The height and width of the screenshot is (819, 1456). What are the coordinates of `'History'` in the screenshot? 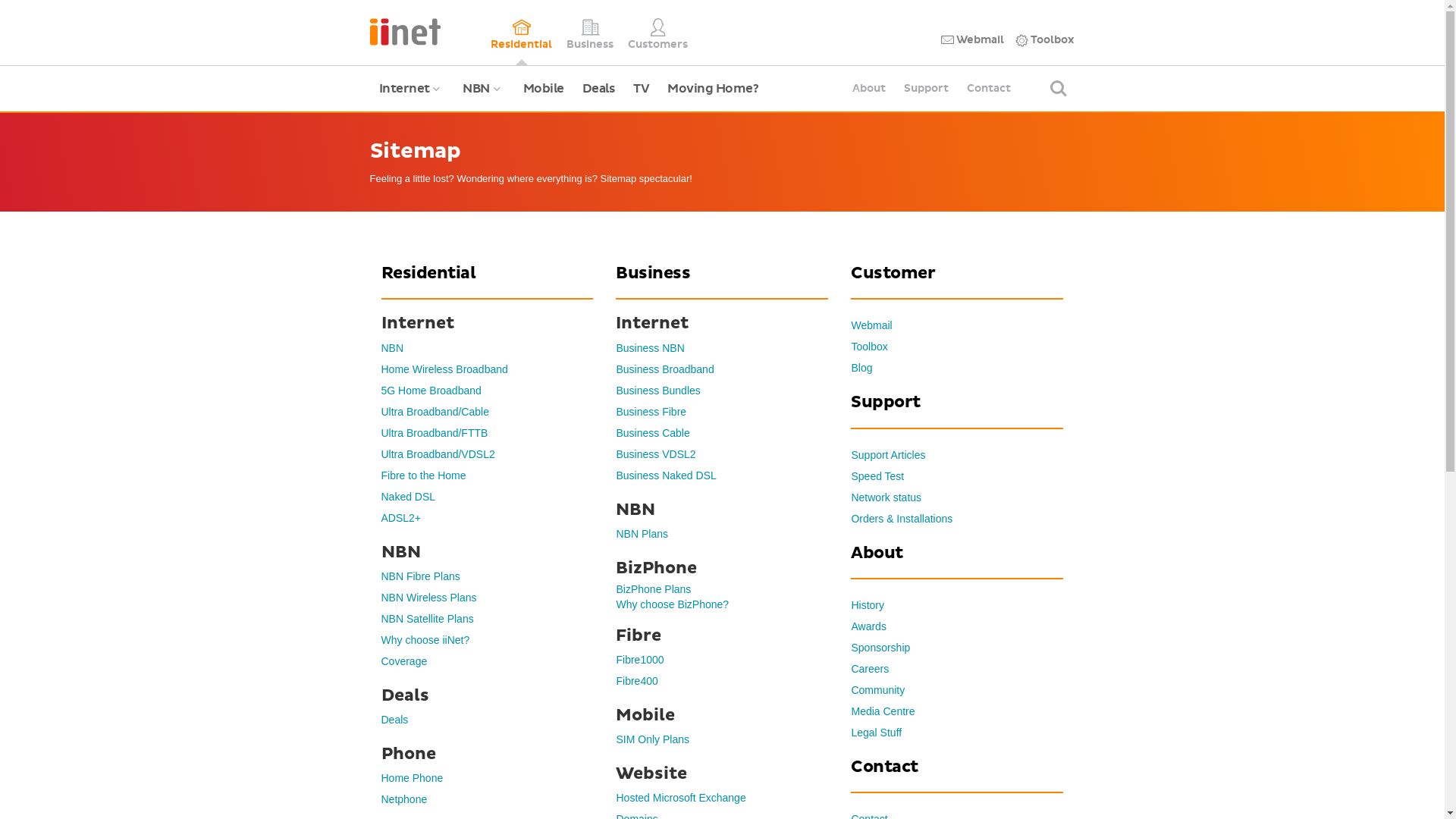 It's located at (851, 604).